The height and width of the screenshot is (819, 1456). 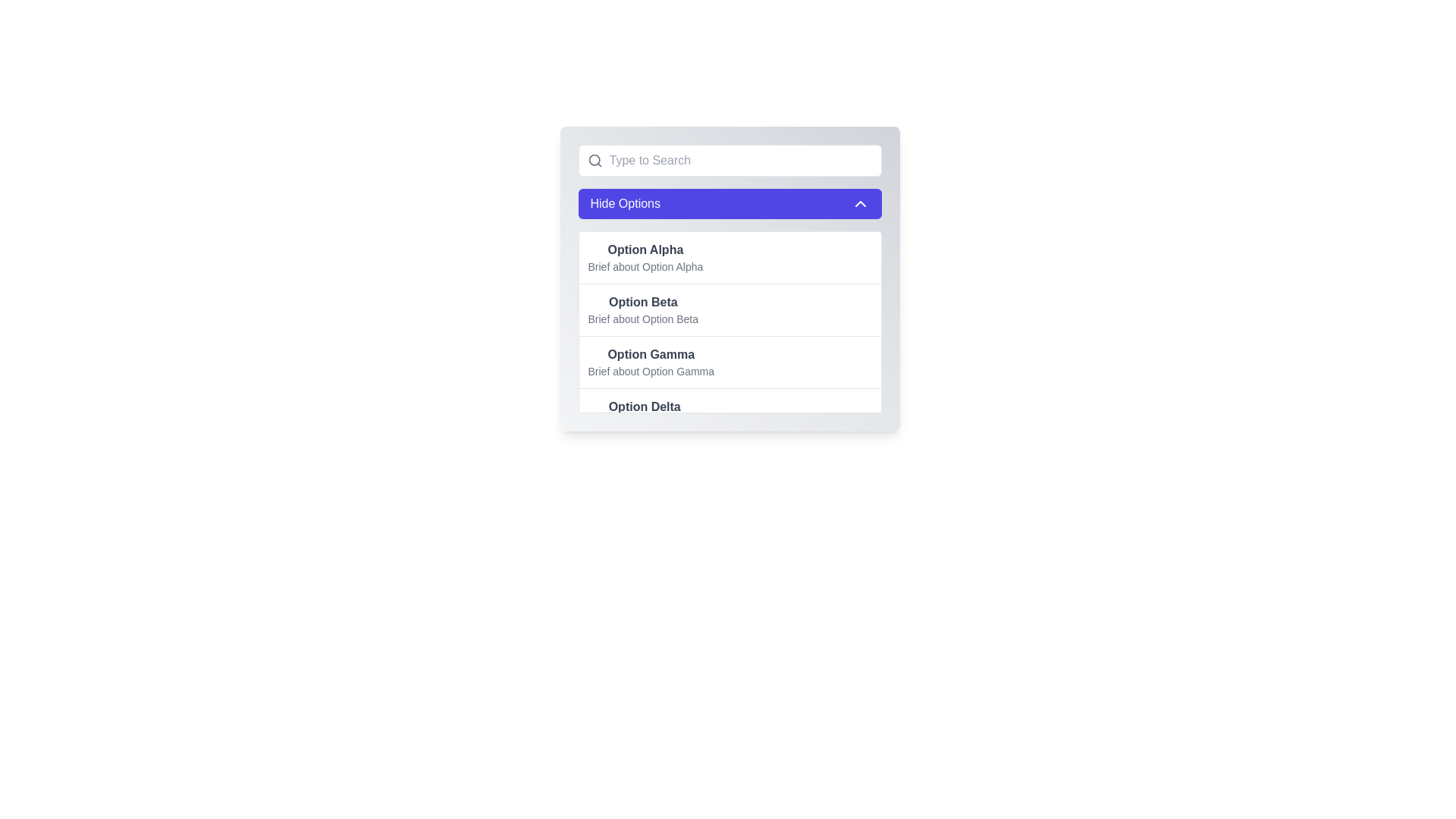 I want to click on the text label that reads 'Brief about Option Alpha,' which is styled with a smaller gray font and located directly underneath the bolded text 'Option Alpha' in the 'Hide Options' section, so click(x=645, y=265).